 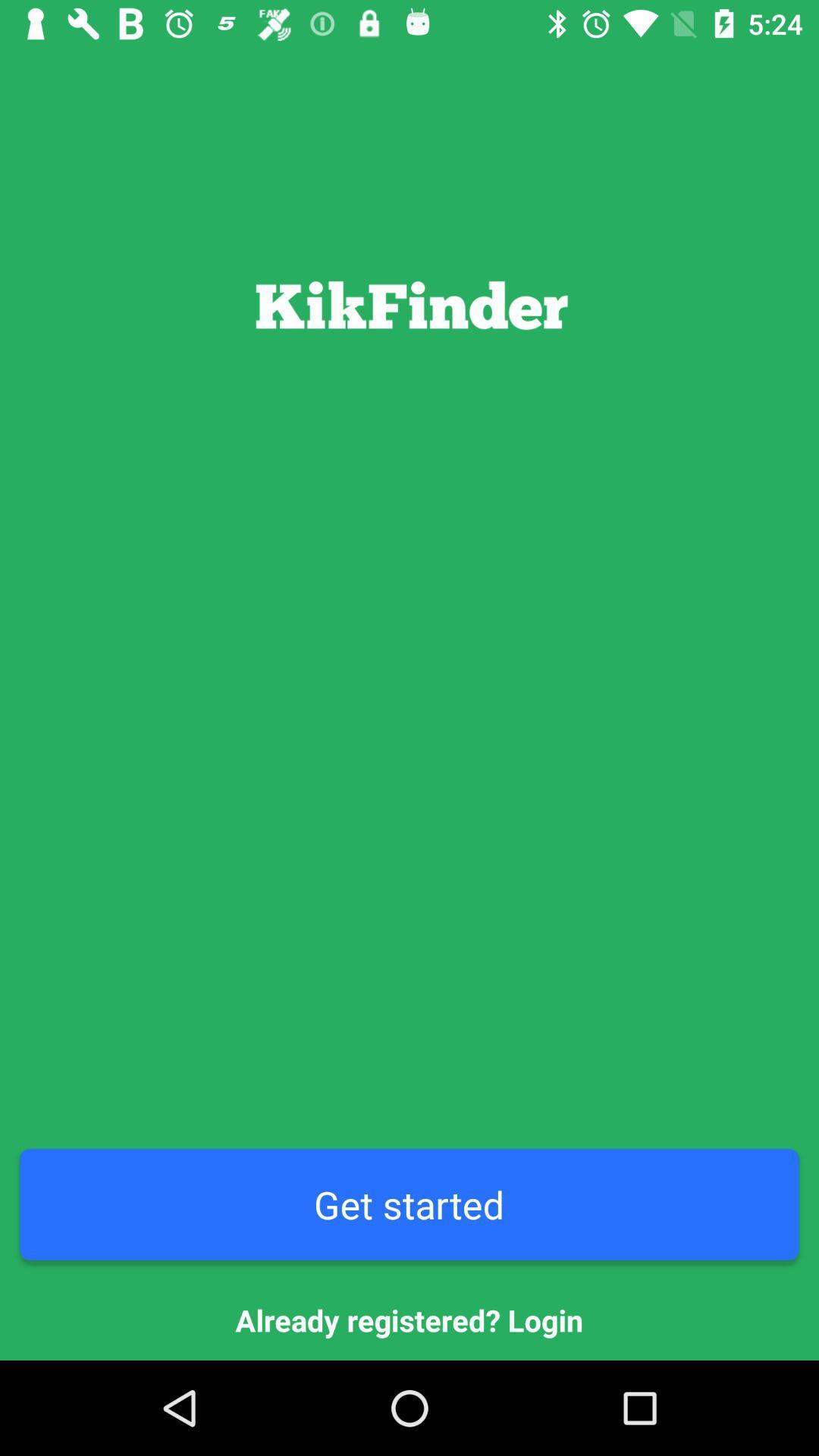 What do you see at coordinates (409, 1319) in the screenshot?
I see `the icon below get started icon` at bounding box center [409, 1319].